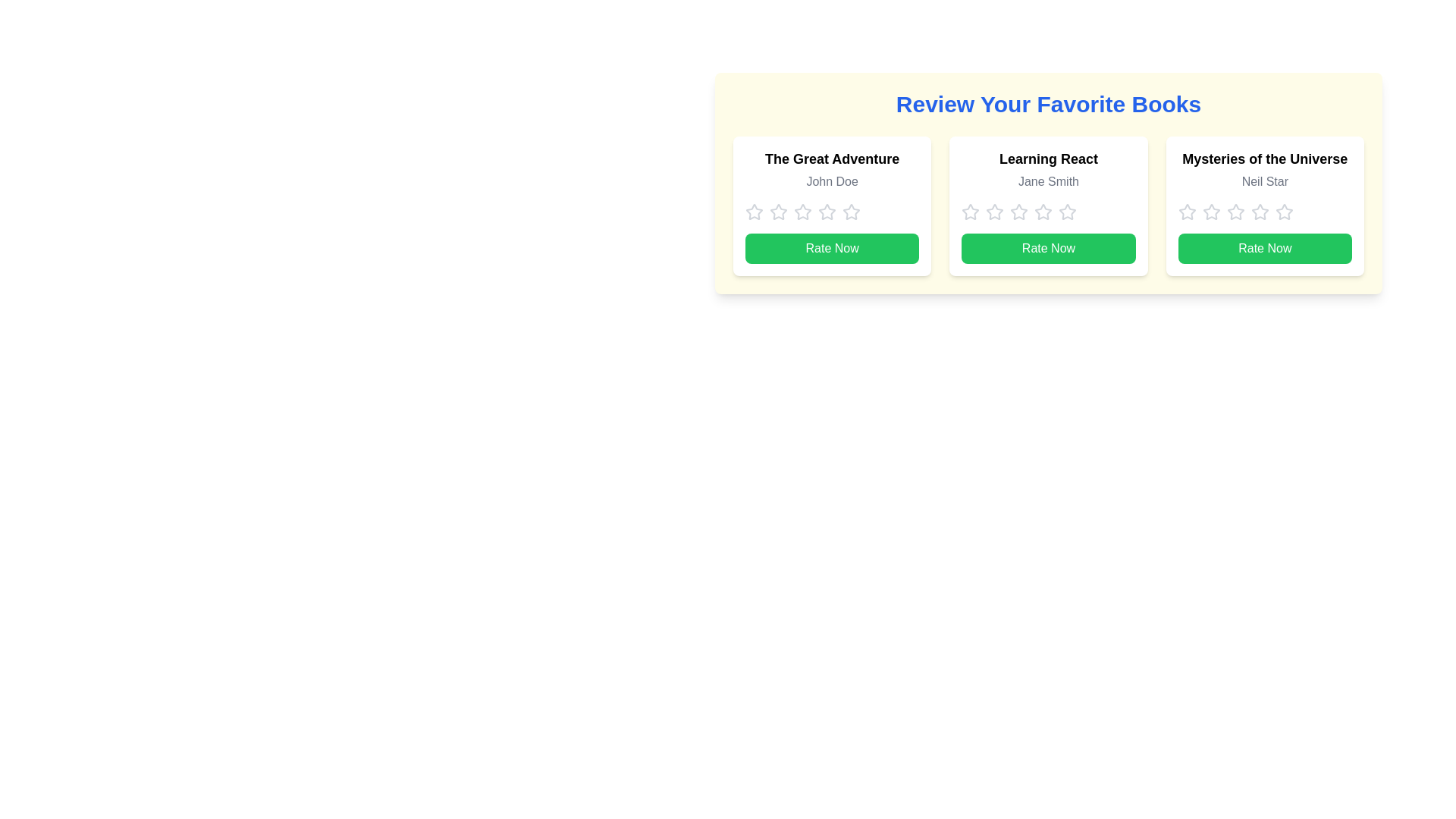 This screenshot has height=819, width=1456. What do you see at coordinates (1186, 212) in the screenshot?
I see `the first star icon in the rating system for the book 'Mysteries of the Universe' to give a 1-star rating` at bounding box center [1186, 212].